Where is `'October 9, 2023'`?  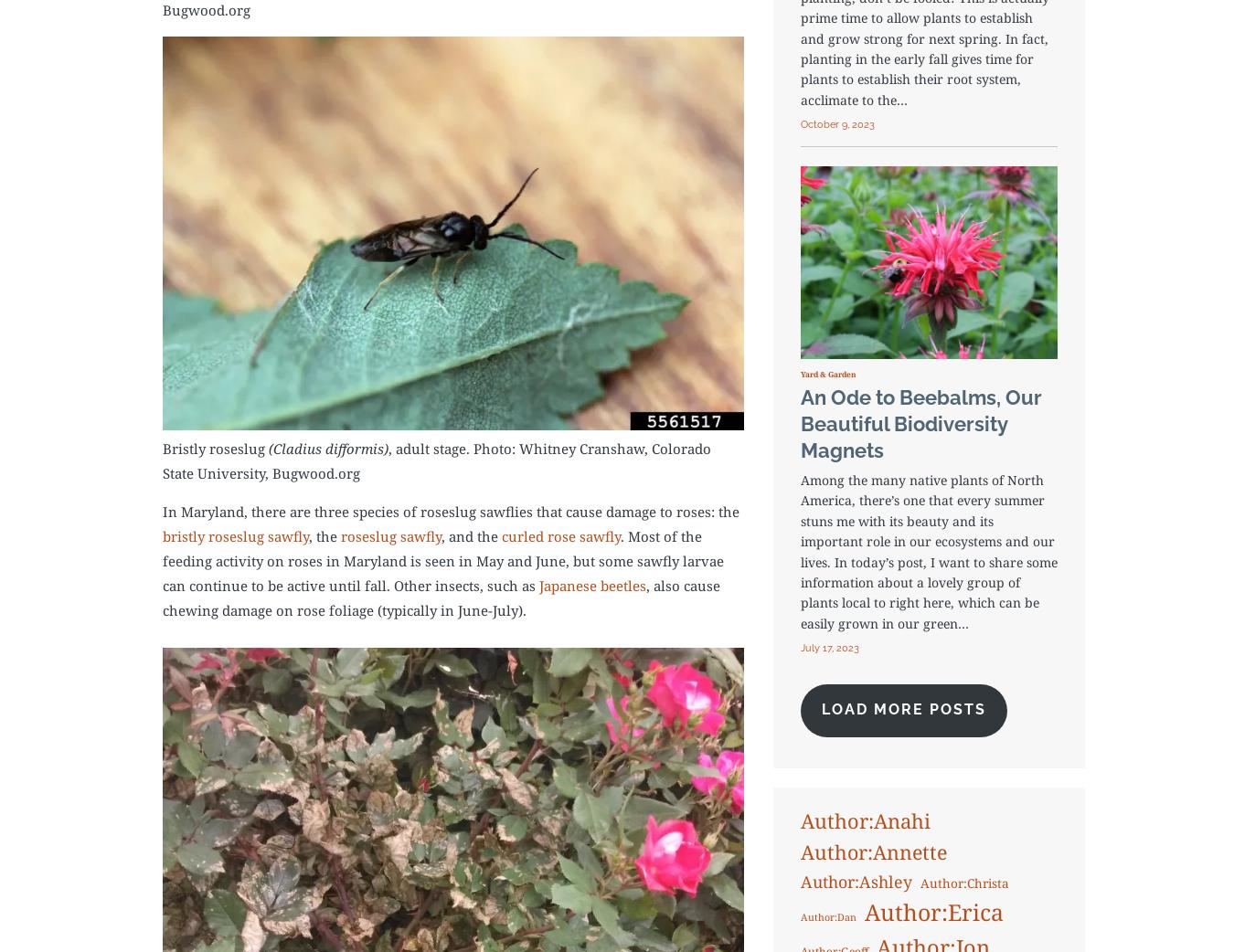
'October 9, 2023' is located at coordinates (835, 123).